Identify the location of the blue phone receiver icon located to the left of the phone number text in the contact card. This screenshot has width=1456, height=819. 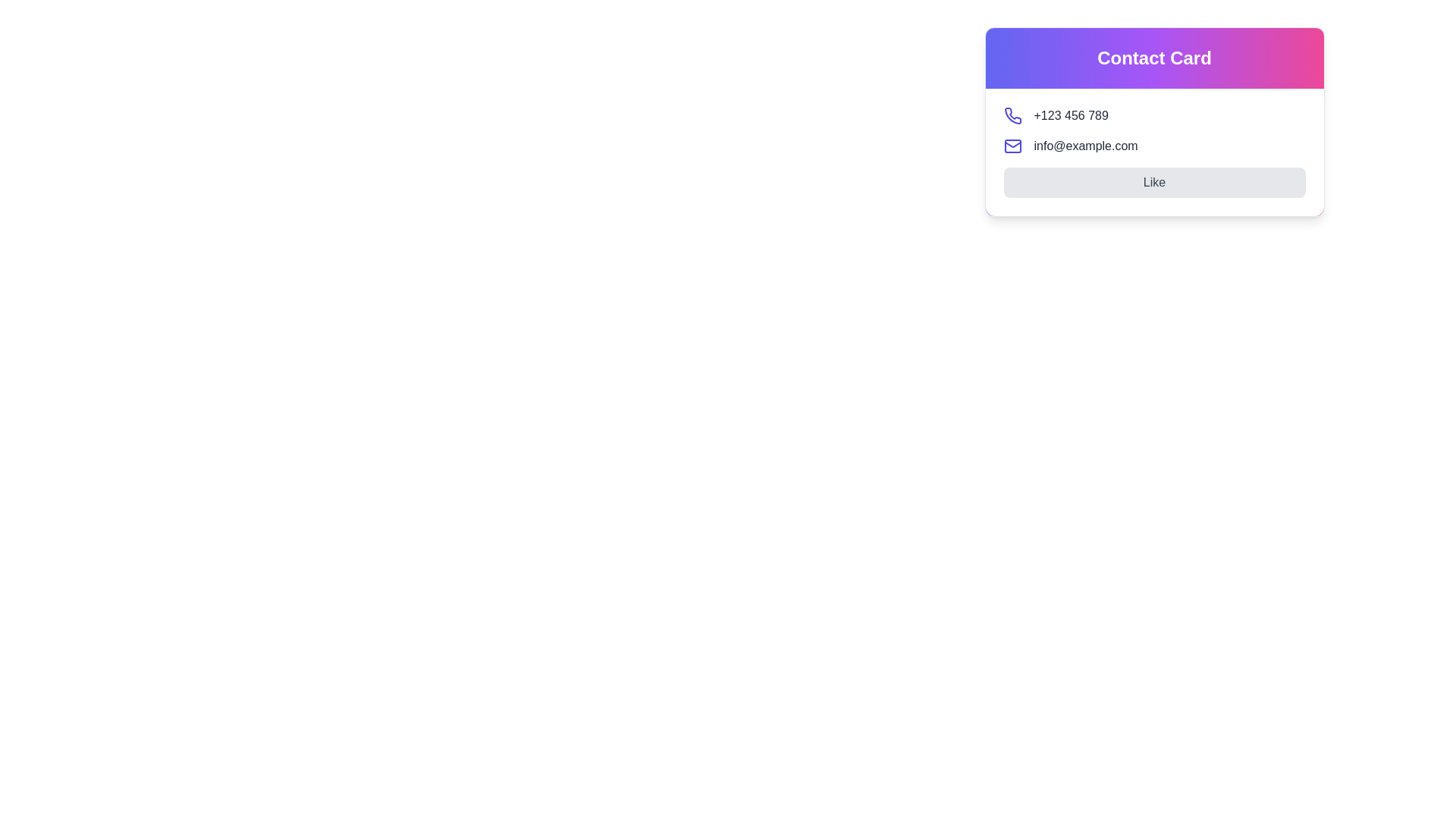
(1012, 114).